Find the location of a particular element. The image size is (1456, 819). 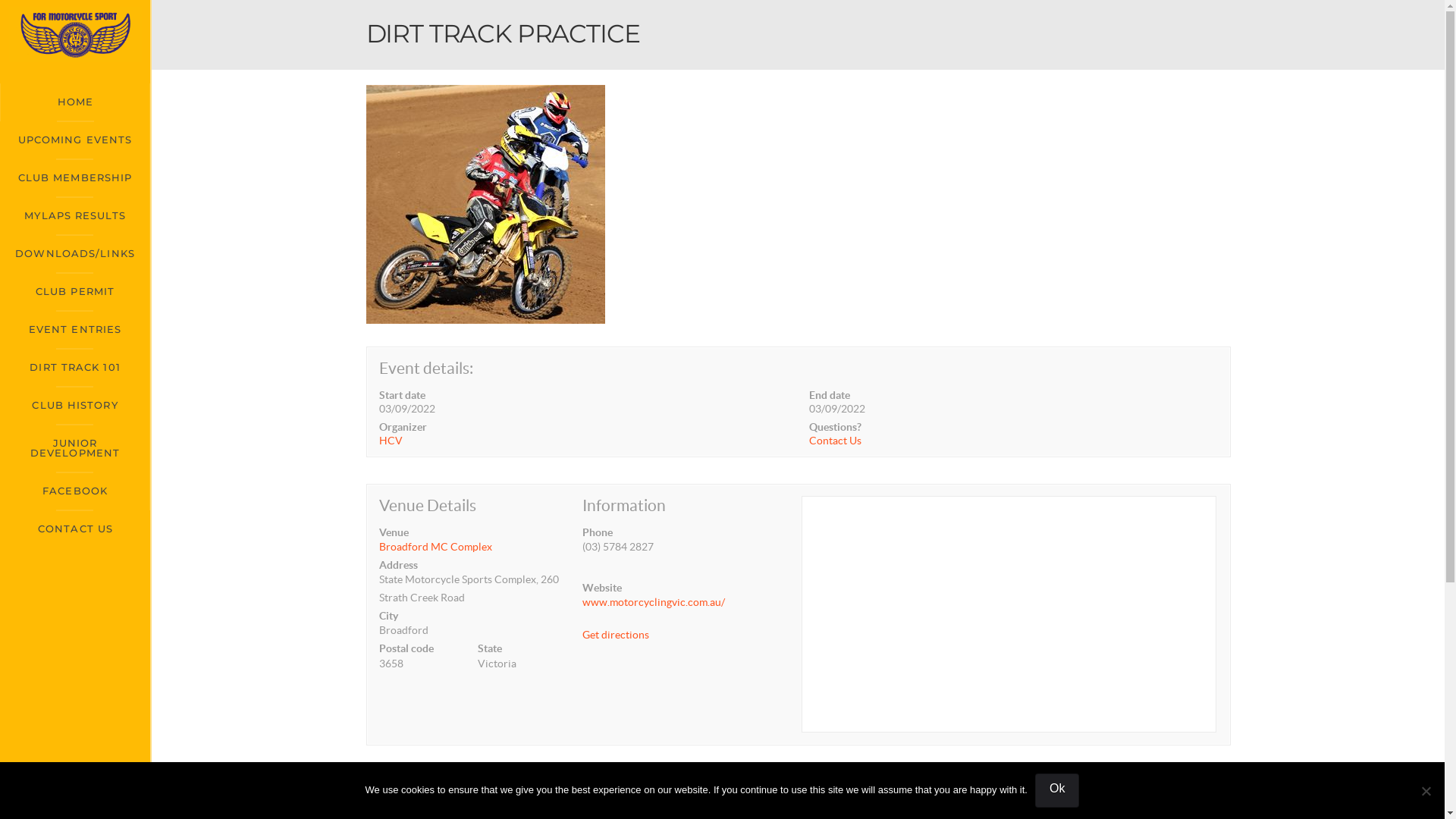

'EVENT ENTRIES' is located at coordinates (74, 329).